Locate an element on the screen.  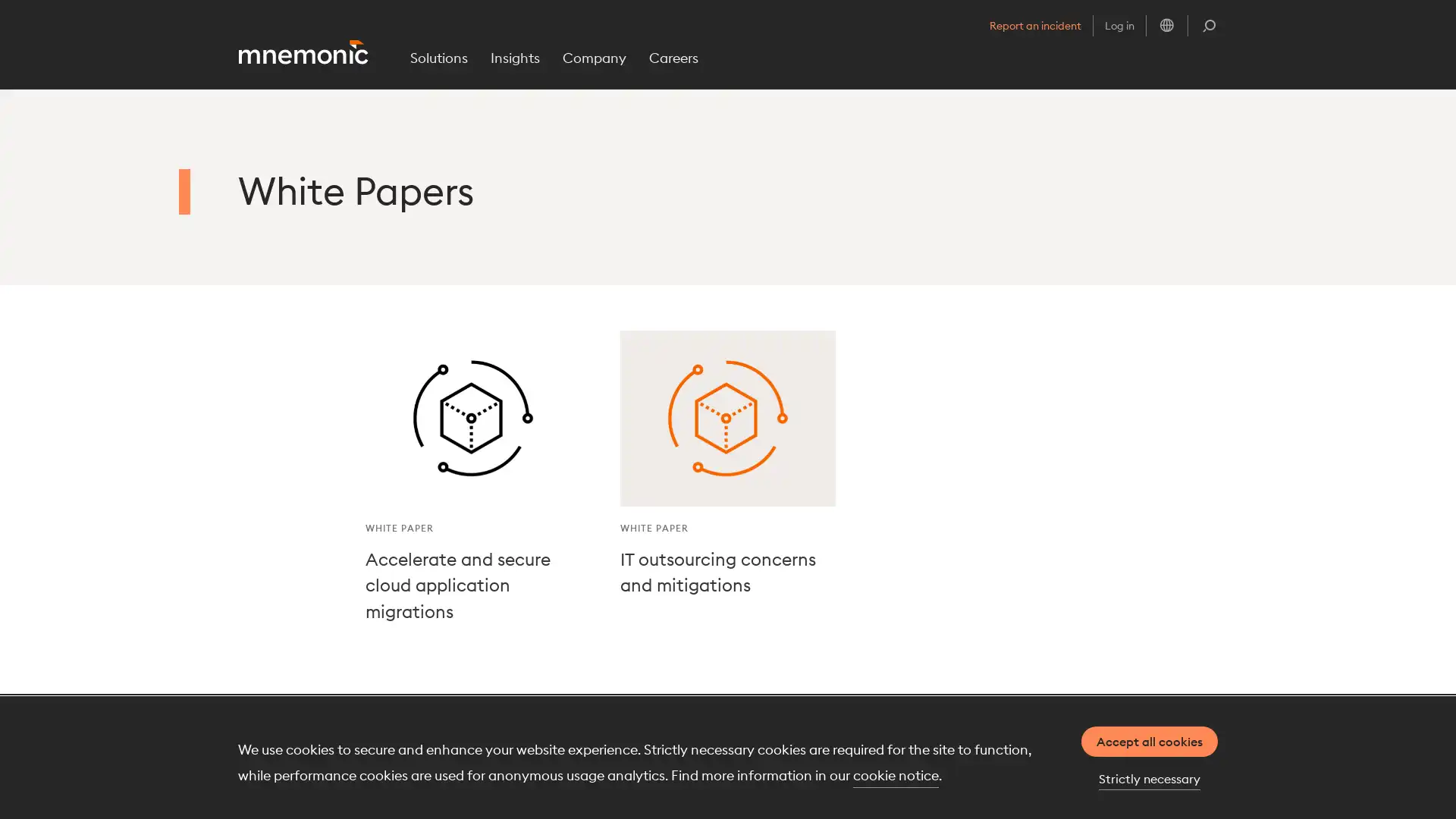
Accept all cookies is located at coordinates (1150, 741).